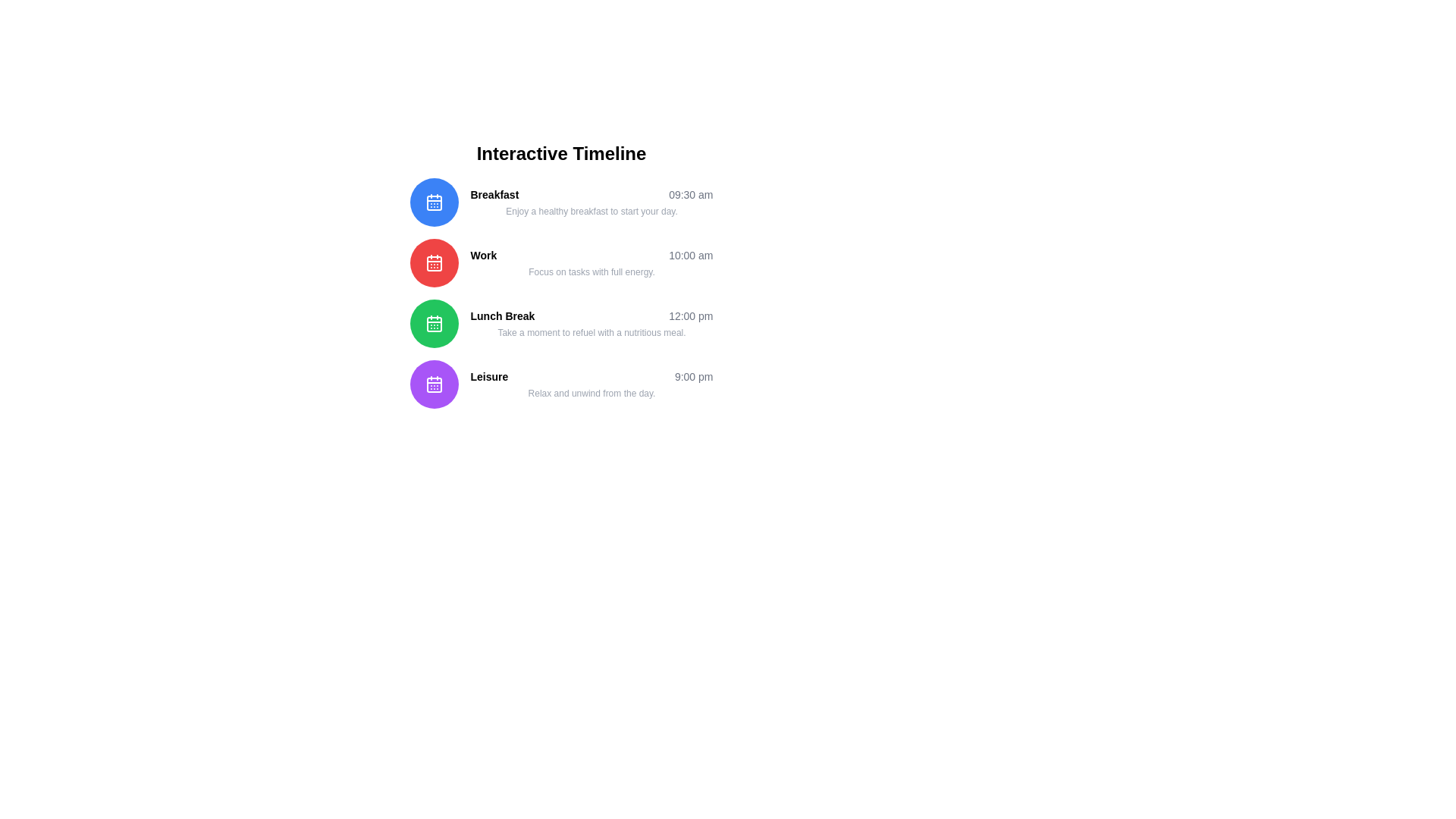 Image resolution: width=1456 pixels, height=819 pixels. What do you see at coordinates (433, 262) in the screenshot?
I see `the calendar icon with a minimalistic design, which is the second in a vertical sequence of four elements, positioned to the left of the 'Work' label` at bounding box center [433, 262].